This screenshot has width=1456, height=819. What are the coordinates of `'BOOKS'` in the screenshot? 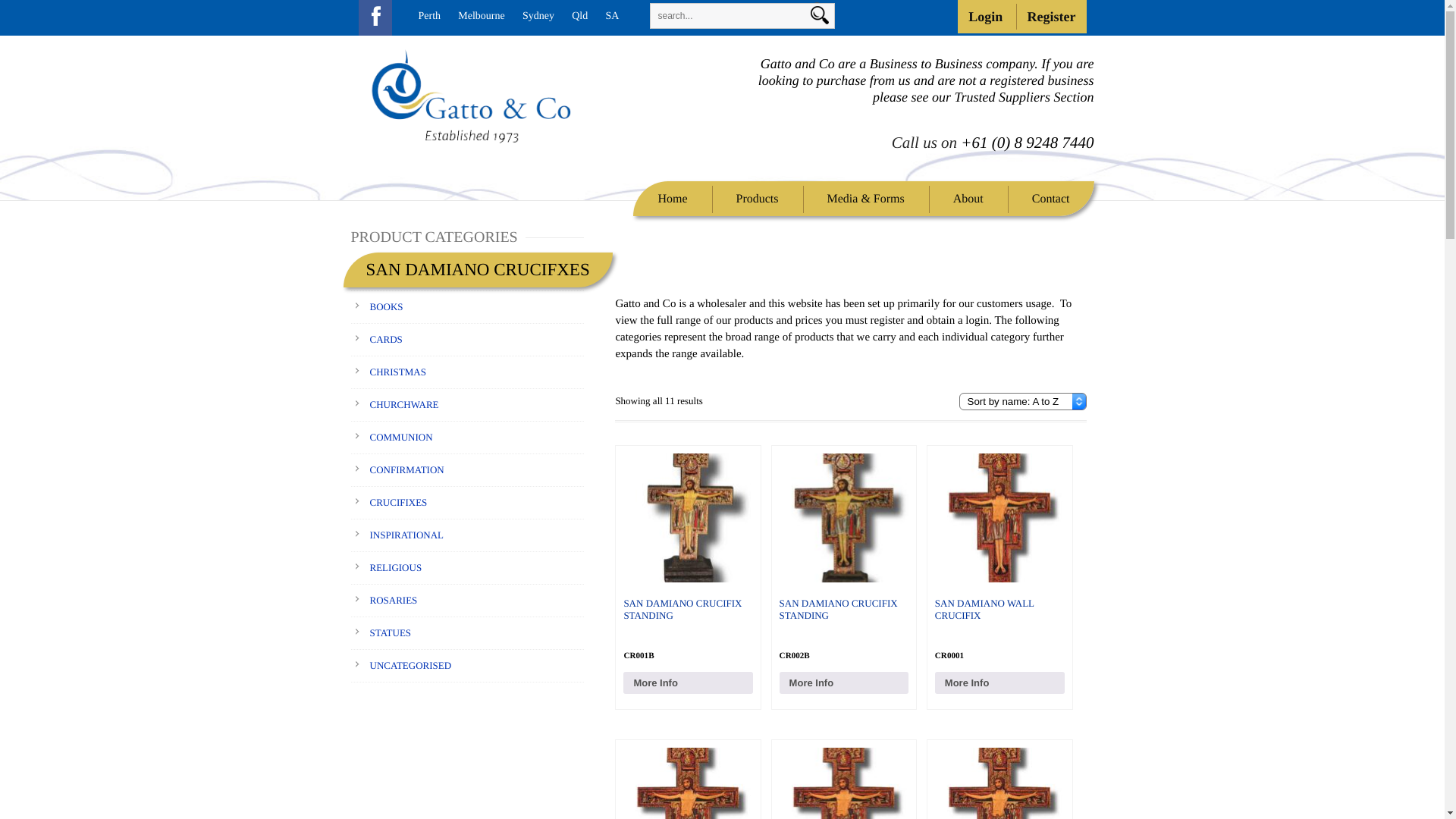 It's located at (386, 306).